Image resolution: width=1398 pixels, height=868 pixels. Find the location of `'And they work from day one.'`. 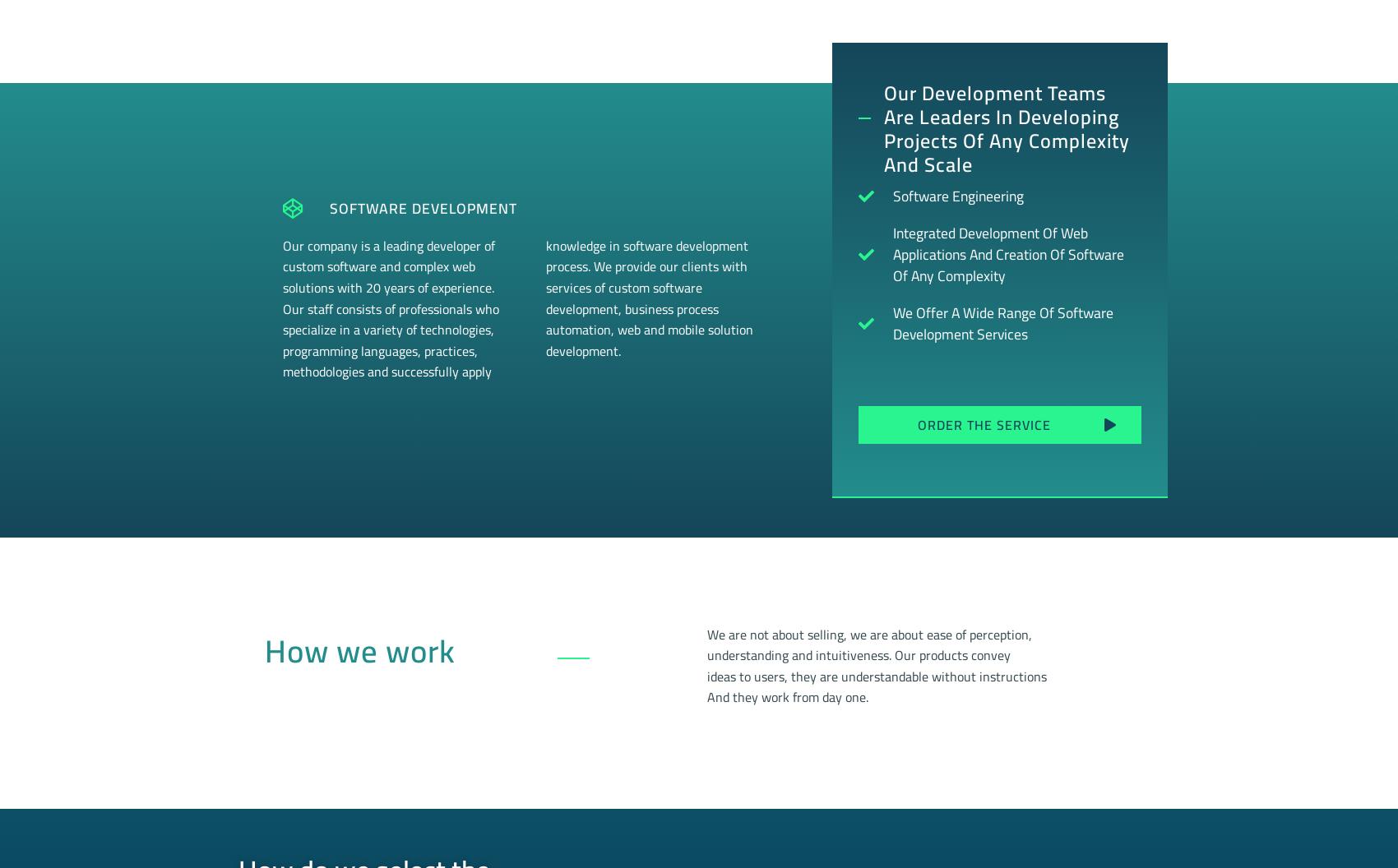

'And they work from day one.' is located at coordinates (786, 696).